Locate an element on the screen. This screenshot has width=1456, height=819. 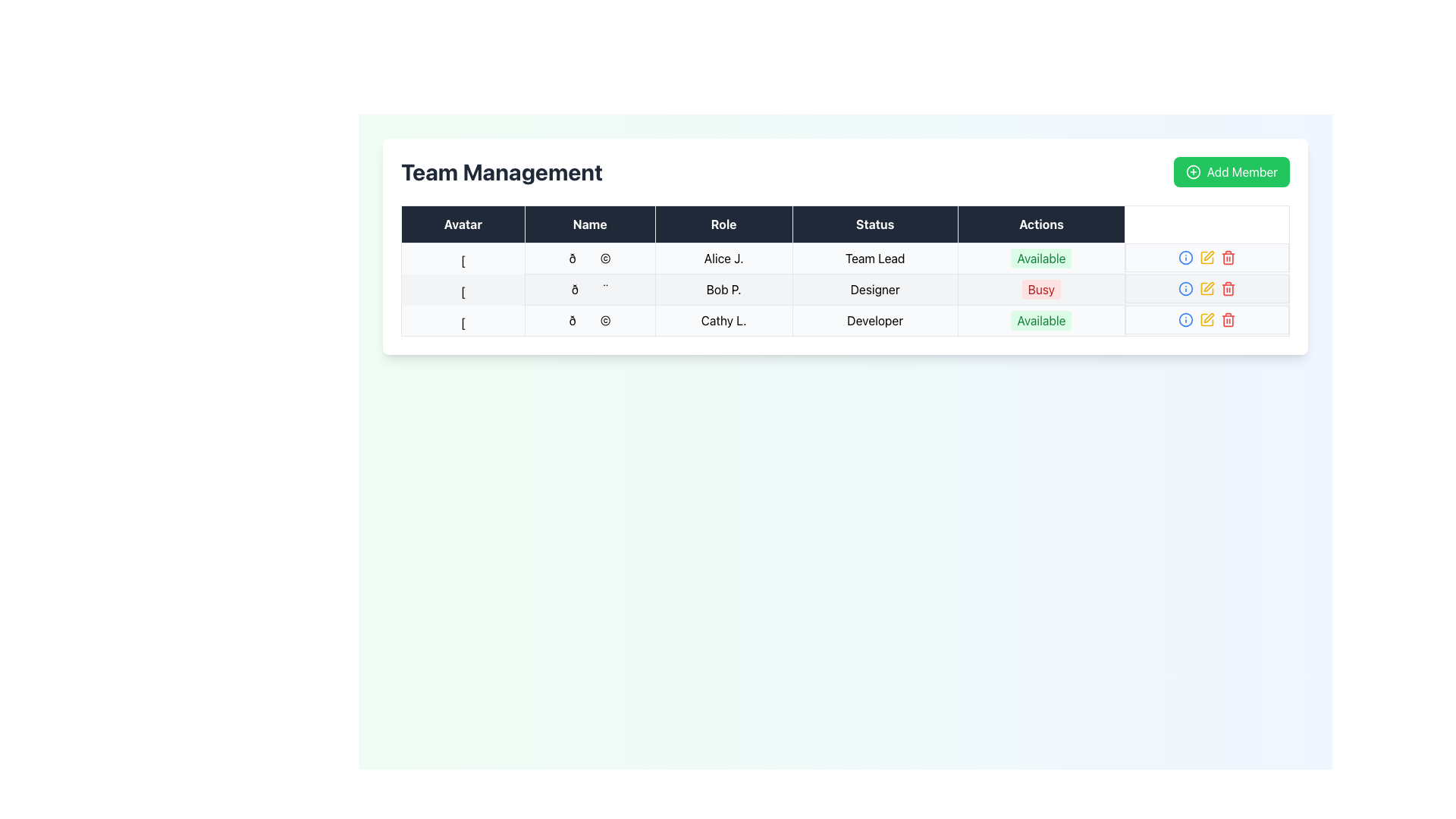
the Table Header Cell labeled 'Actions', which is the fifth column header in the table, featuring white text on a dark background is located at coordinates (1040, 224).